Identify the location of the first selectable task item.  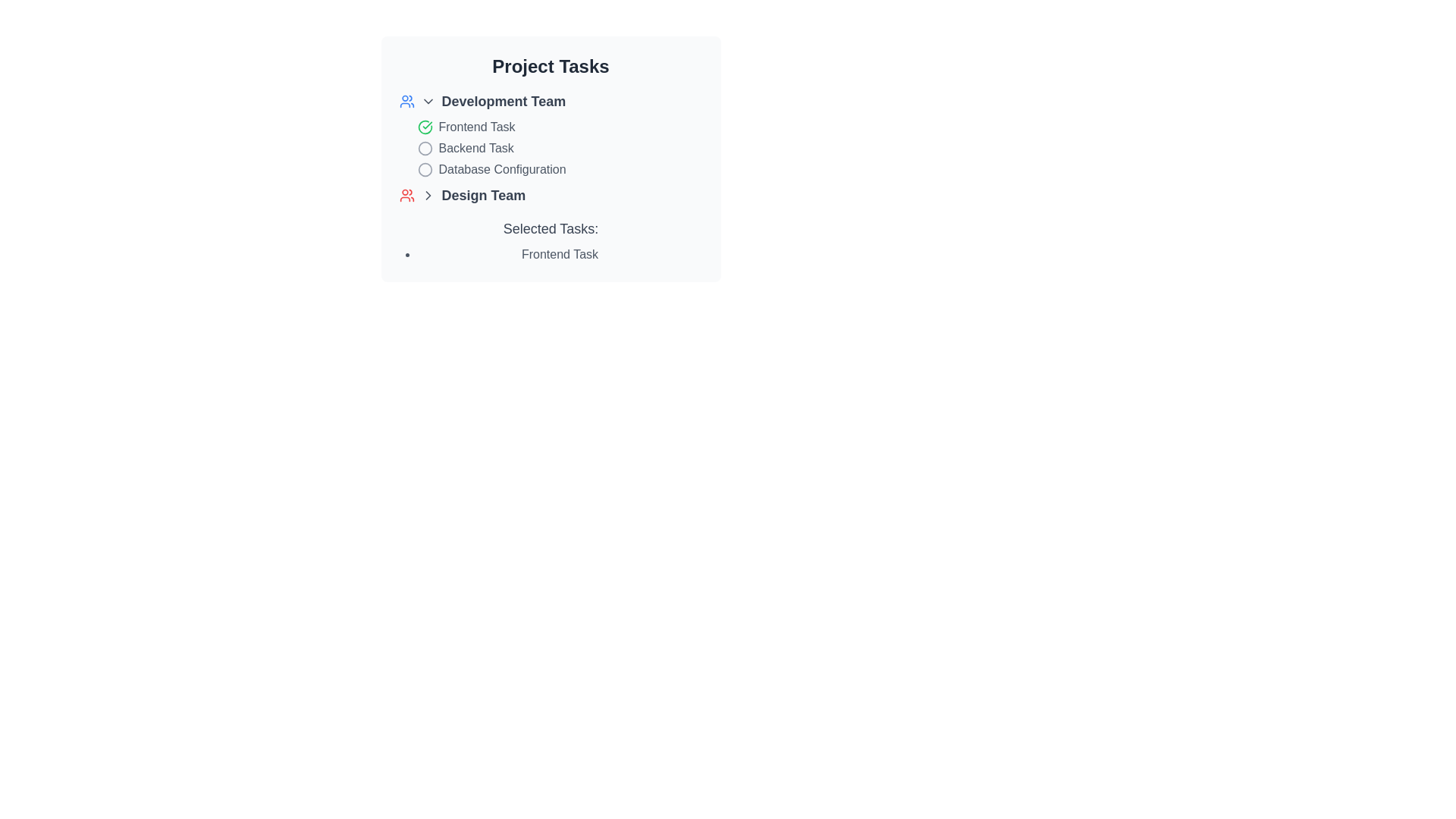
(550, 127).